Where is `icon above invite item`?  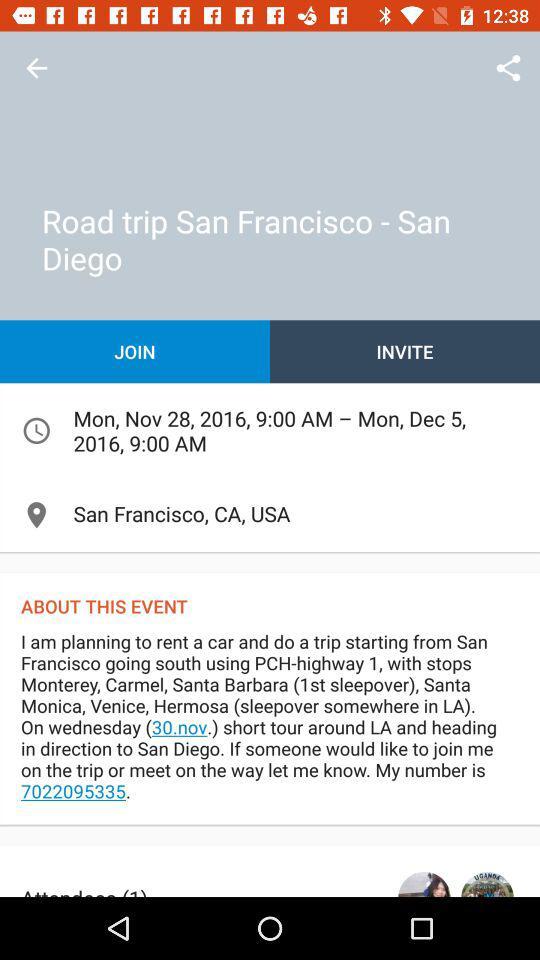 icon above invite item is located at coordinates (508, 68).